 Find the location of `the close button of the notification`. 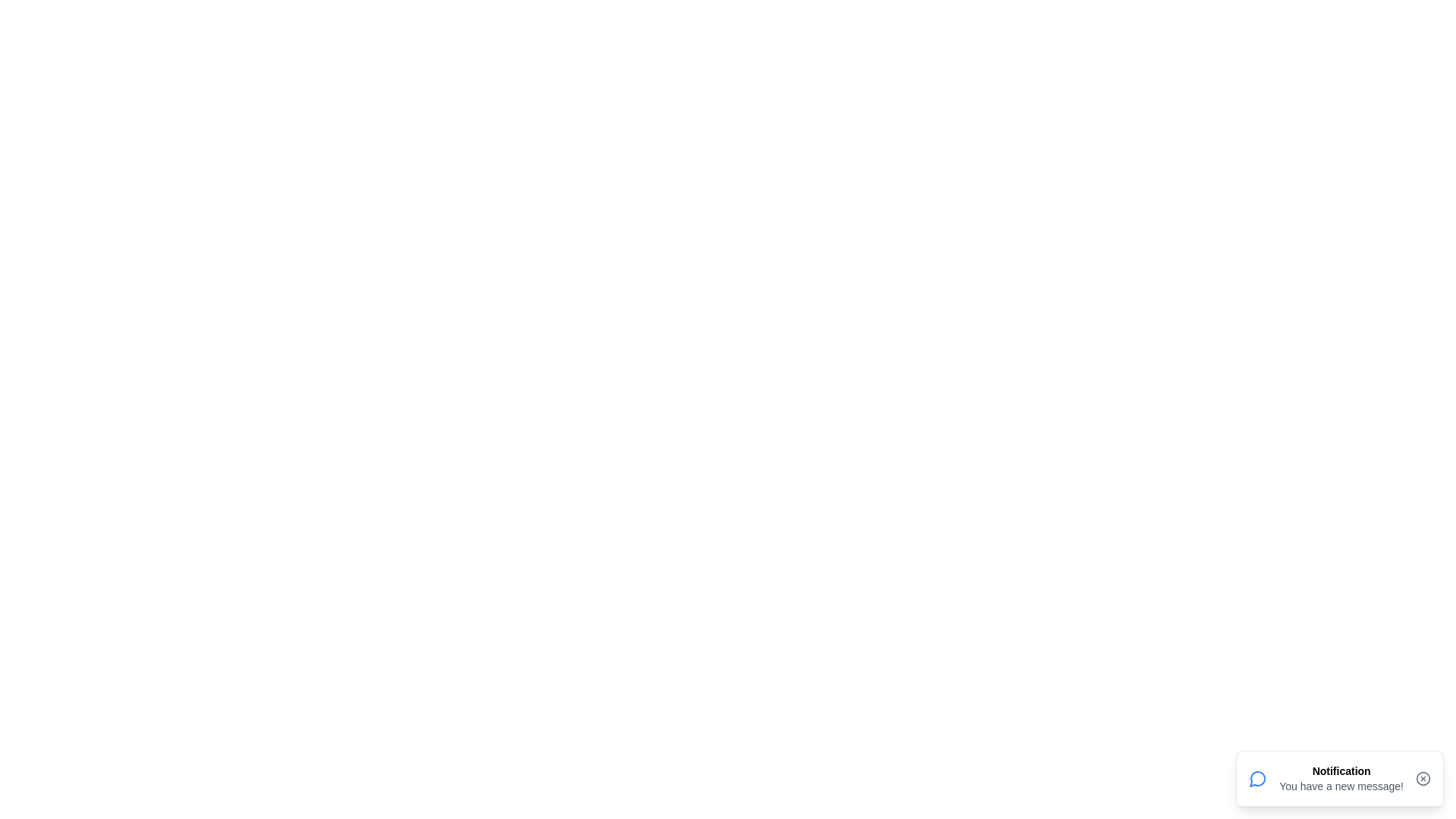

the close button of the notification is located at coordinates (1422, 778).